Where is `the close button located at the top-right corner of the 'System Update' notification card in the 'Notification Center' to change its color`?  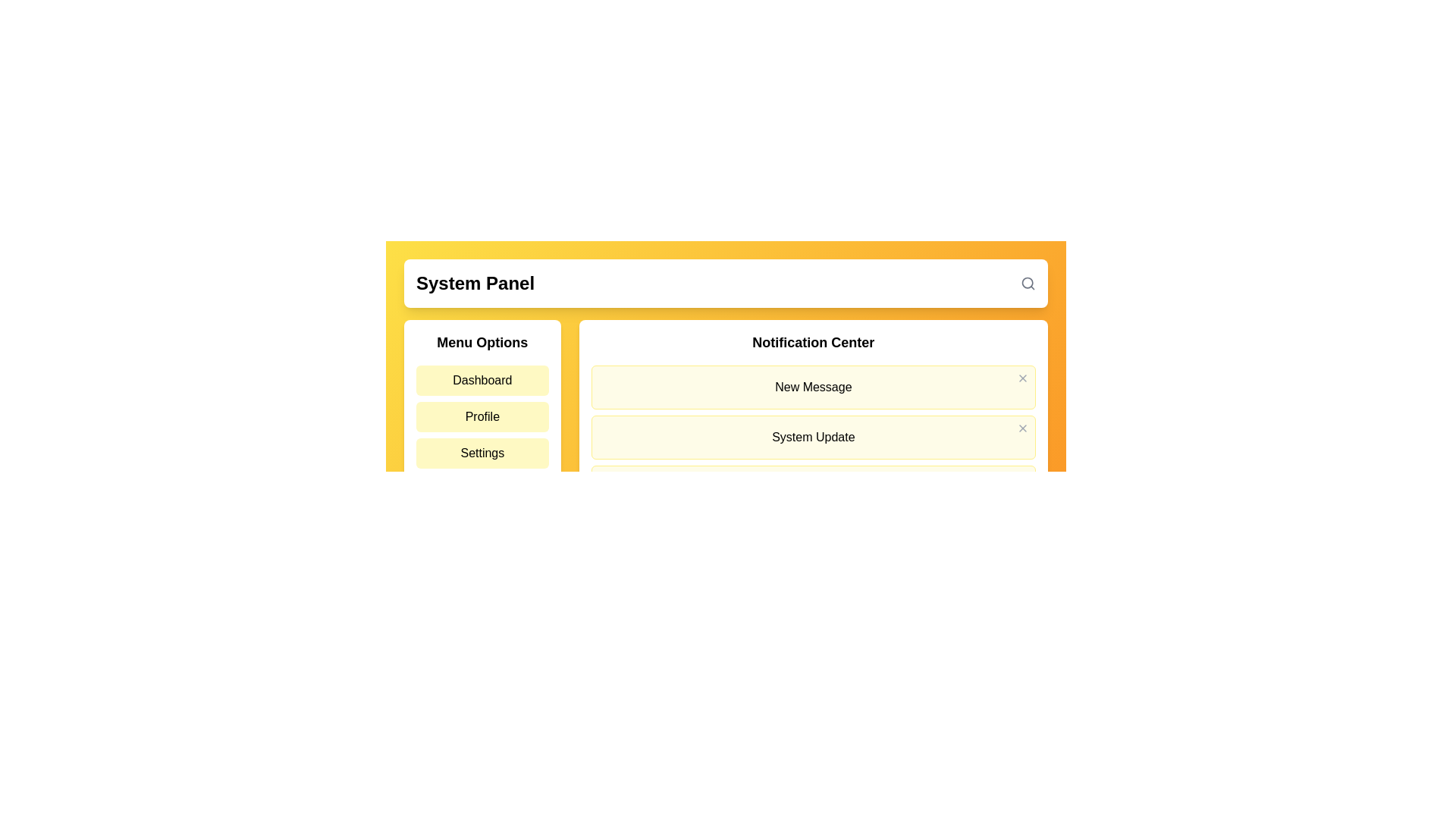 the close button located at the top-right corner of the 'System Update' notification card in the 'Notification Center' to change its color is located at coordinates (1022, 428).